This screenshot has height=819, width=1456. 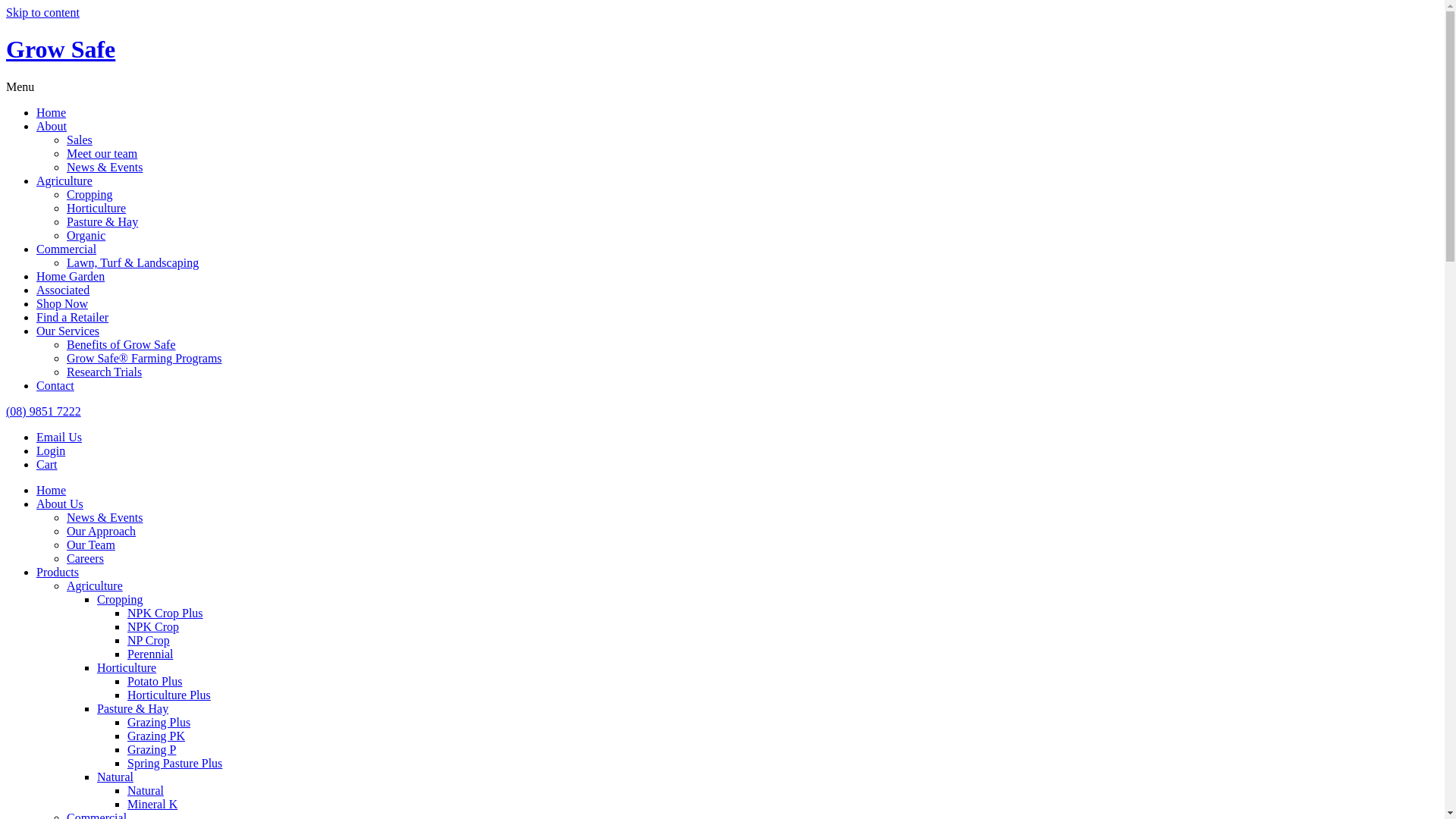 What do you see at coordinates (61, 49) in the screenshot?
I see `'Grow Safe'` at bounding box center [61, 49].